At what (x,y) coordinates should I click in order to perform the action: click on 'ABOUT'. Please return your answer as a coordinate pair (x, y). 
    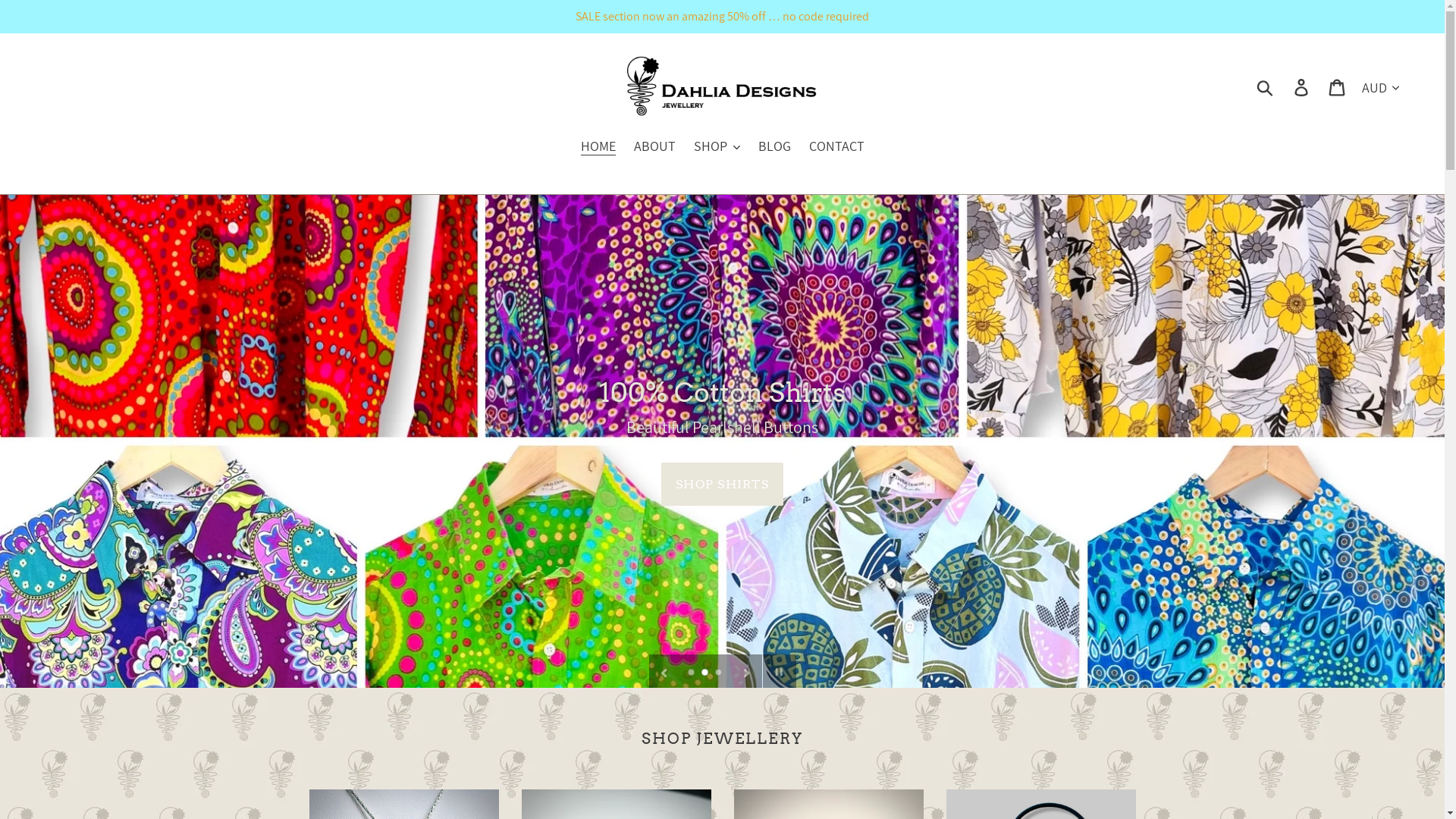
    Looking at the image, I should click on (654, 146).